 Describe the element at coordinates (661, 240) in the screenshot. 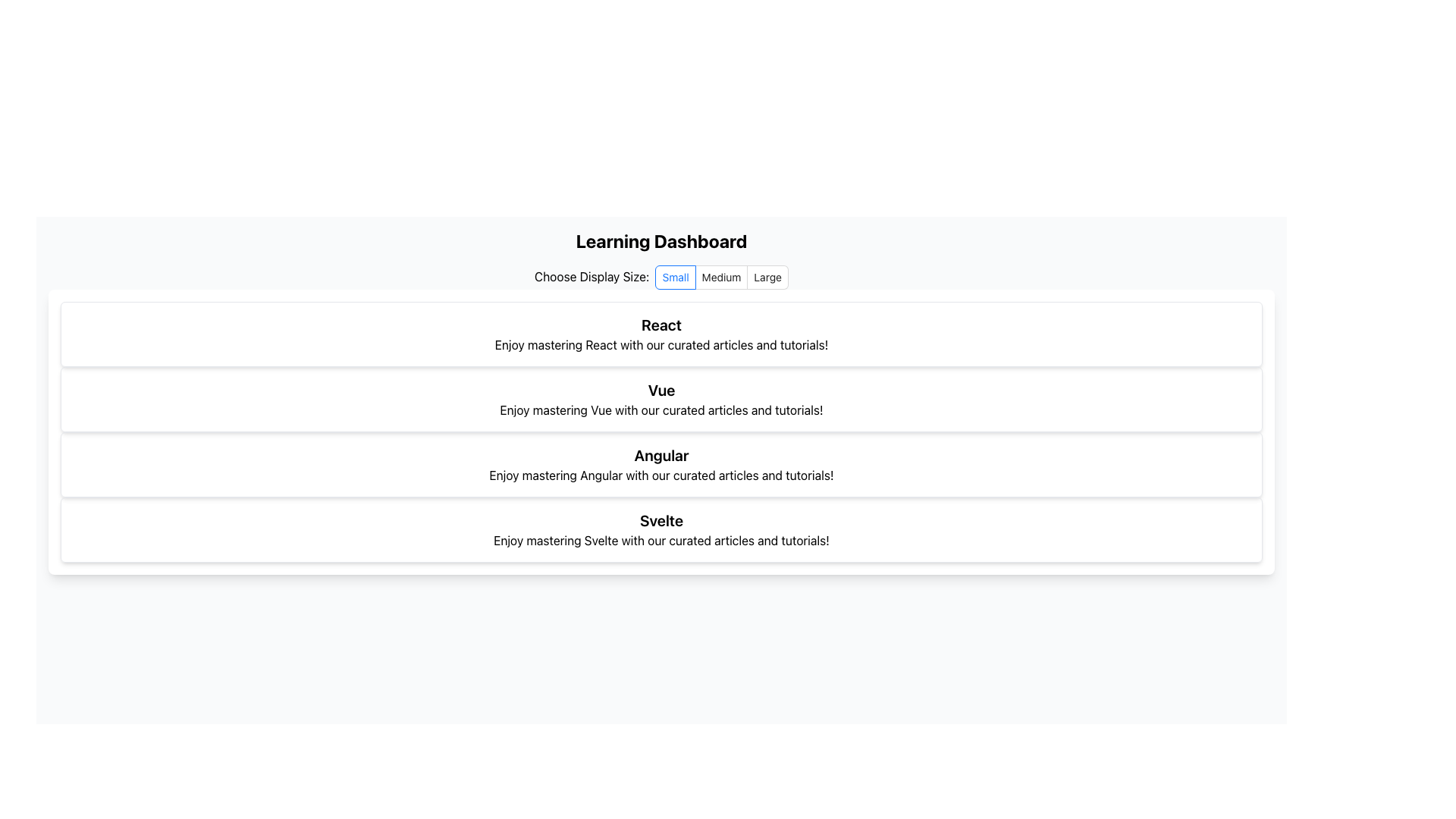

I see `the text header displaying 'Learning Dashboard', which is prominently centered at the top of the dashboard layout` at that location.